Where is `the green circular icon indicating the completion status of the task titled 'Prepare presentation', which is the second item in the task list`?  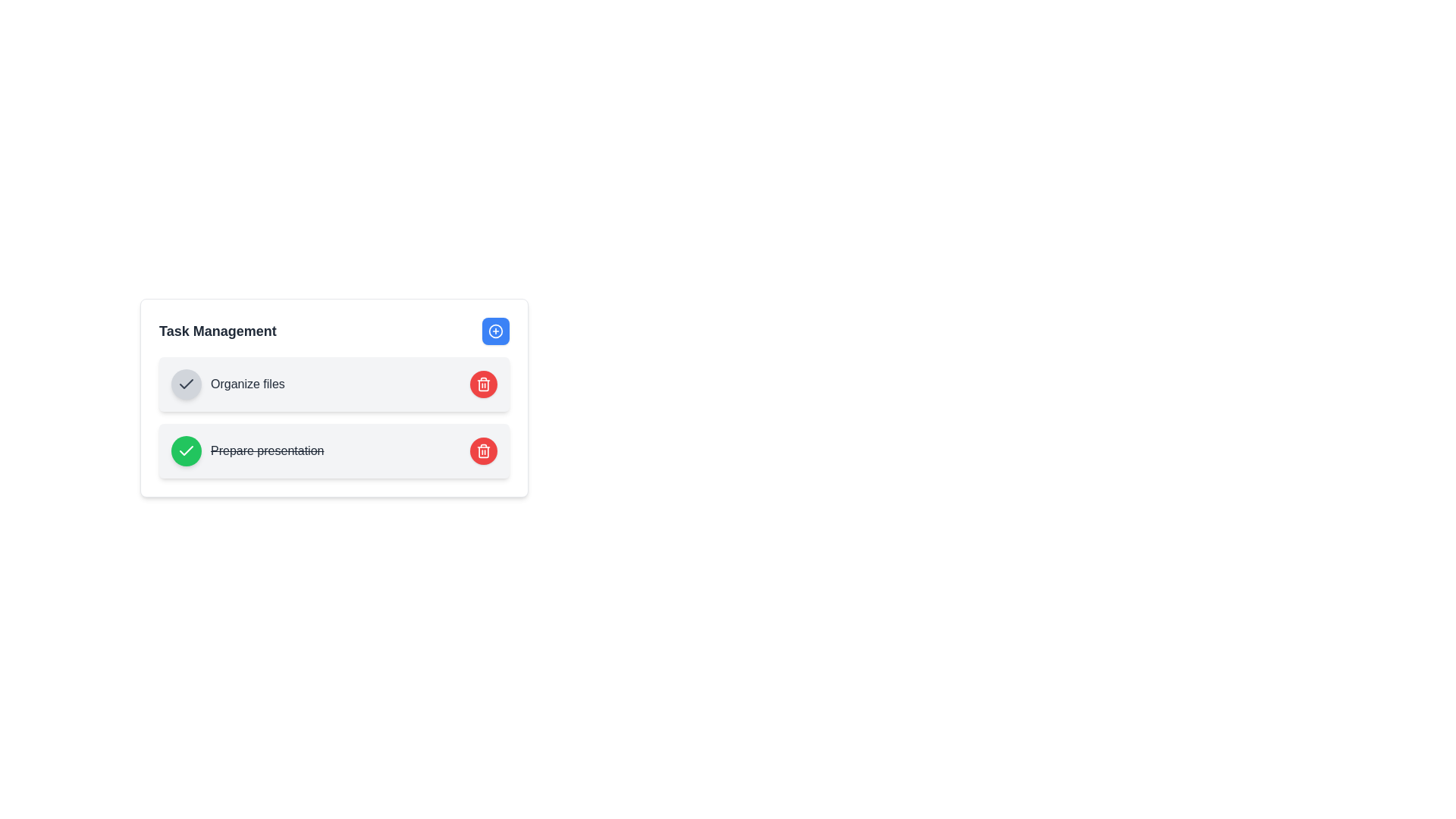
the green circular icon indicating the completion status of the task titled 'Prepare presentation', which is the second item in the task list is located at coordinates (185, 450).